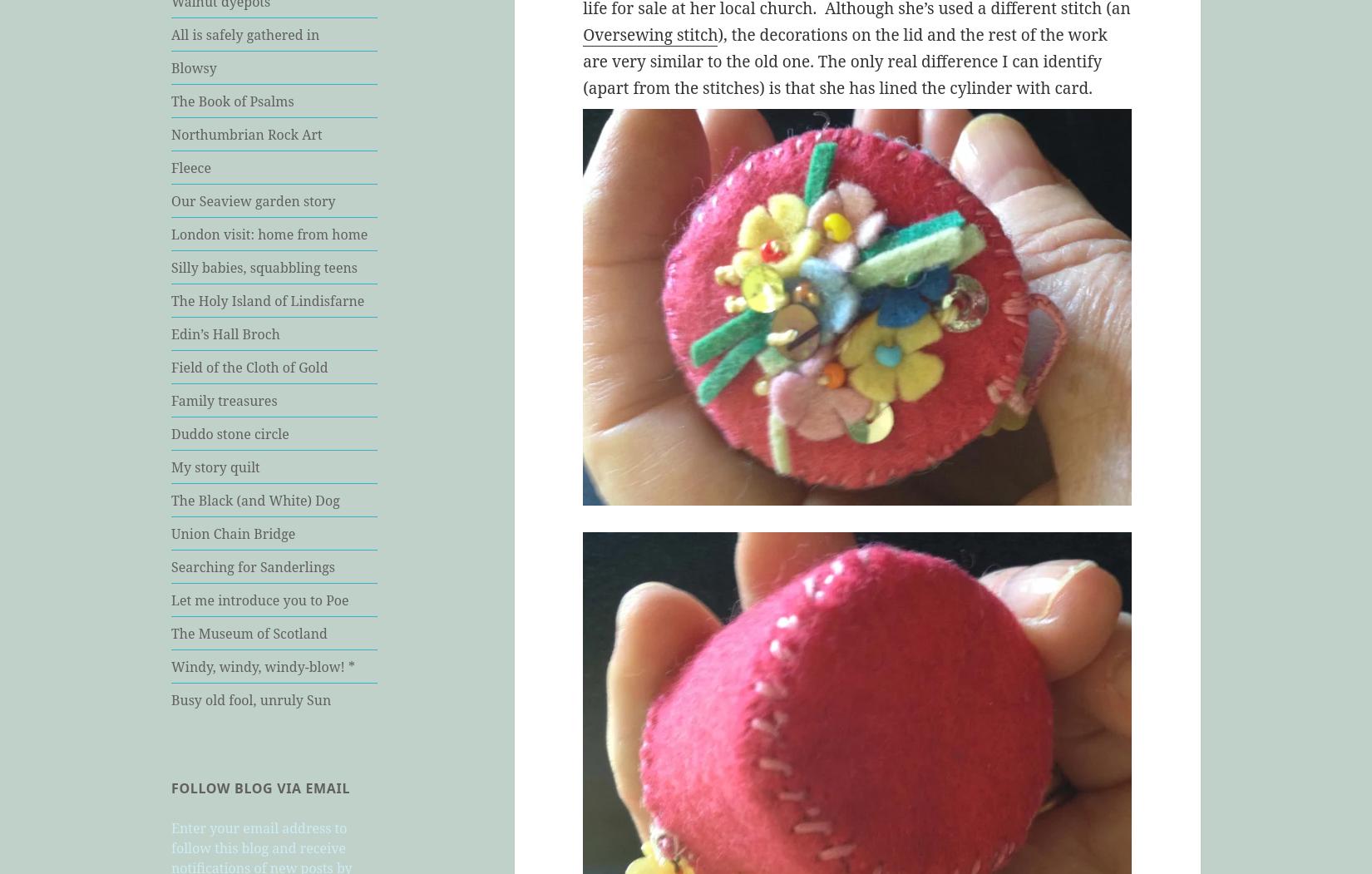 The image size is (1372, 874). Describe the element at coordinates (170, 566) in the screenshot. I see `'Searching for Sanderlings'` at that location.